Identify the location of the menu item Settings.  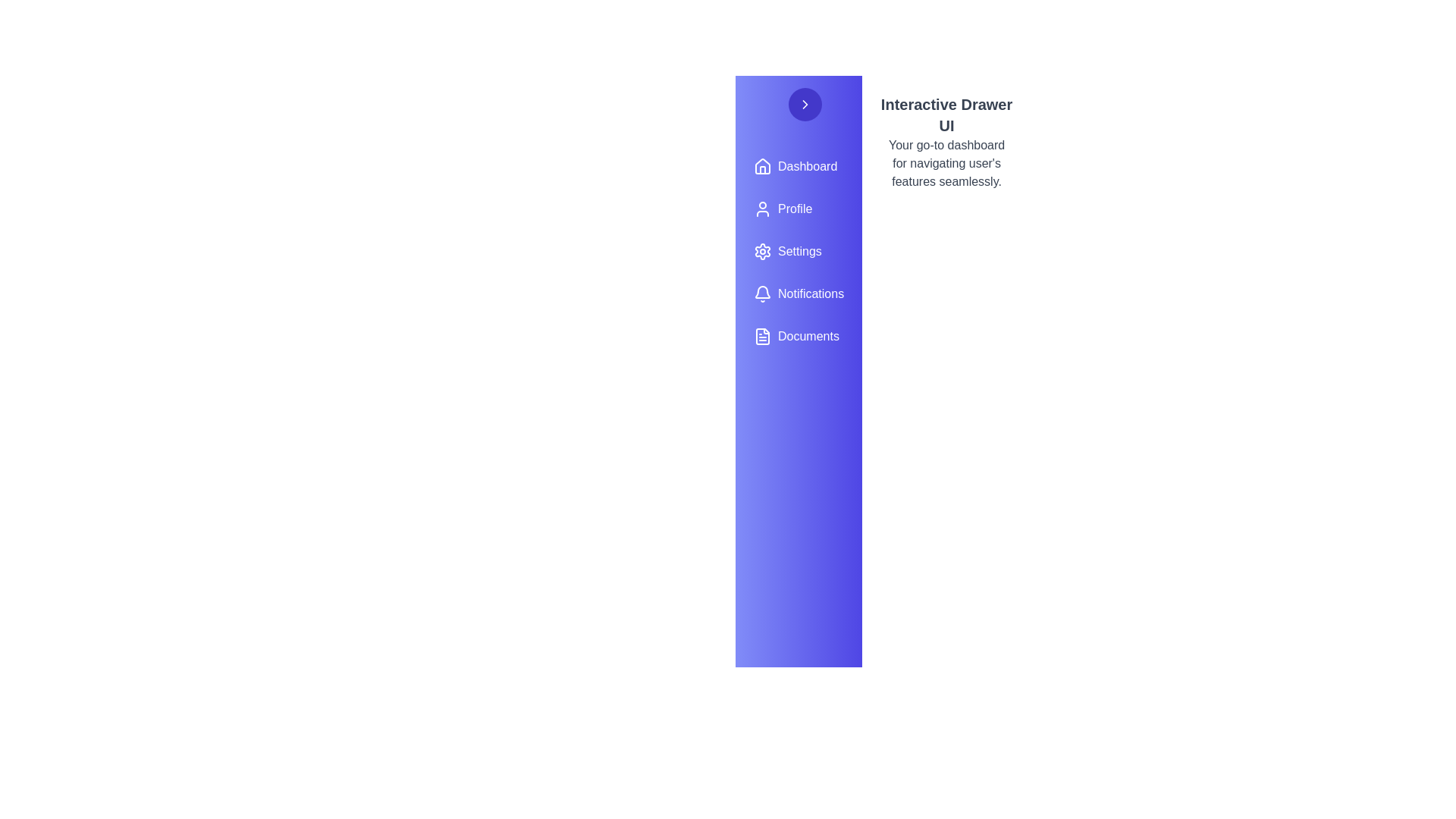
(798, 250).